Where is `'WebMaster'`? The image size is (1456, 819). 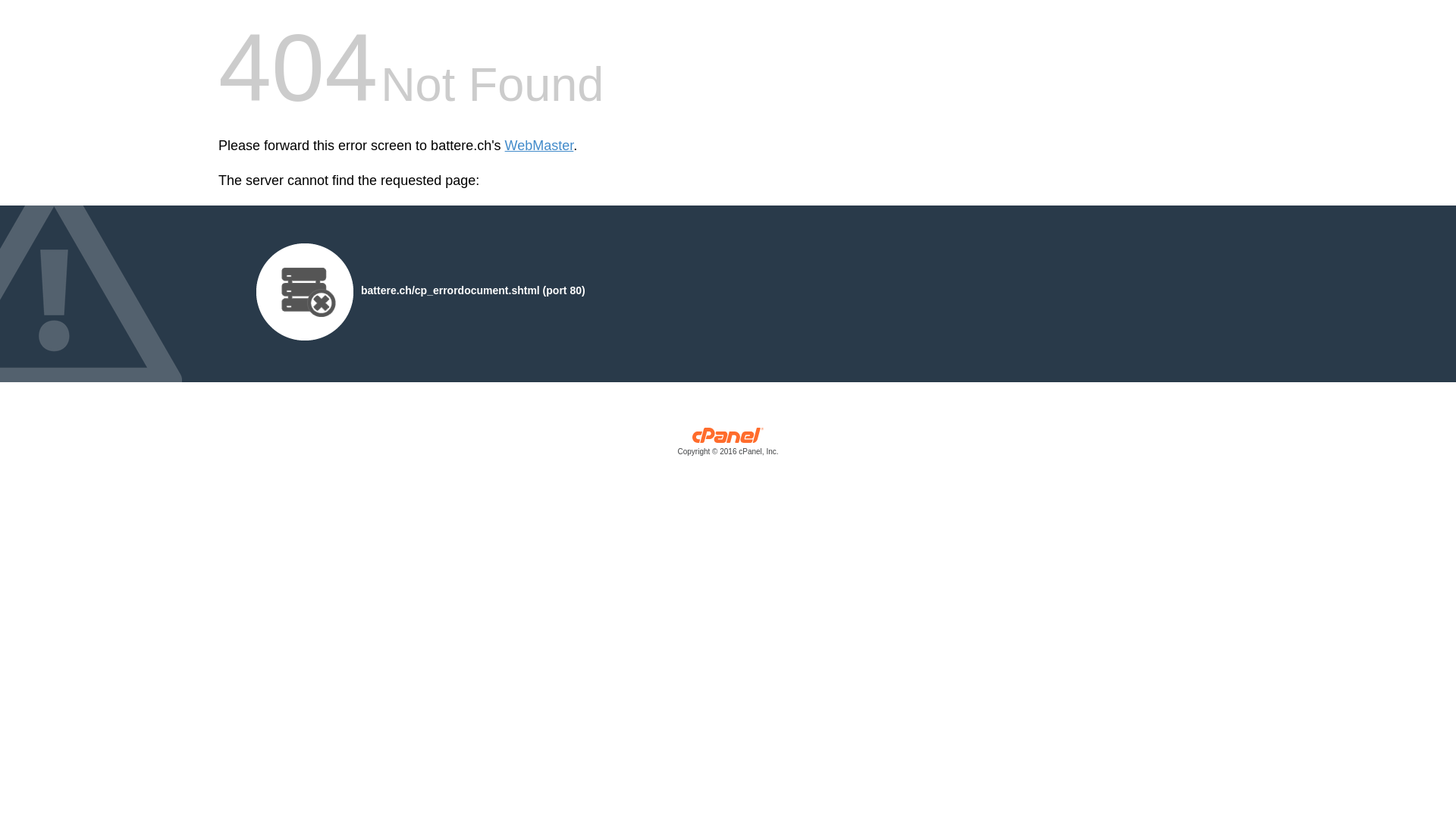 'WebMaster' is located at coordinates (539, 146).